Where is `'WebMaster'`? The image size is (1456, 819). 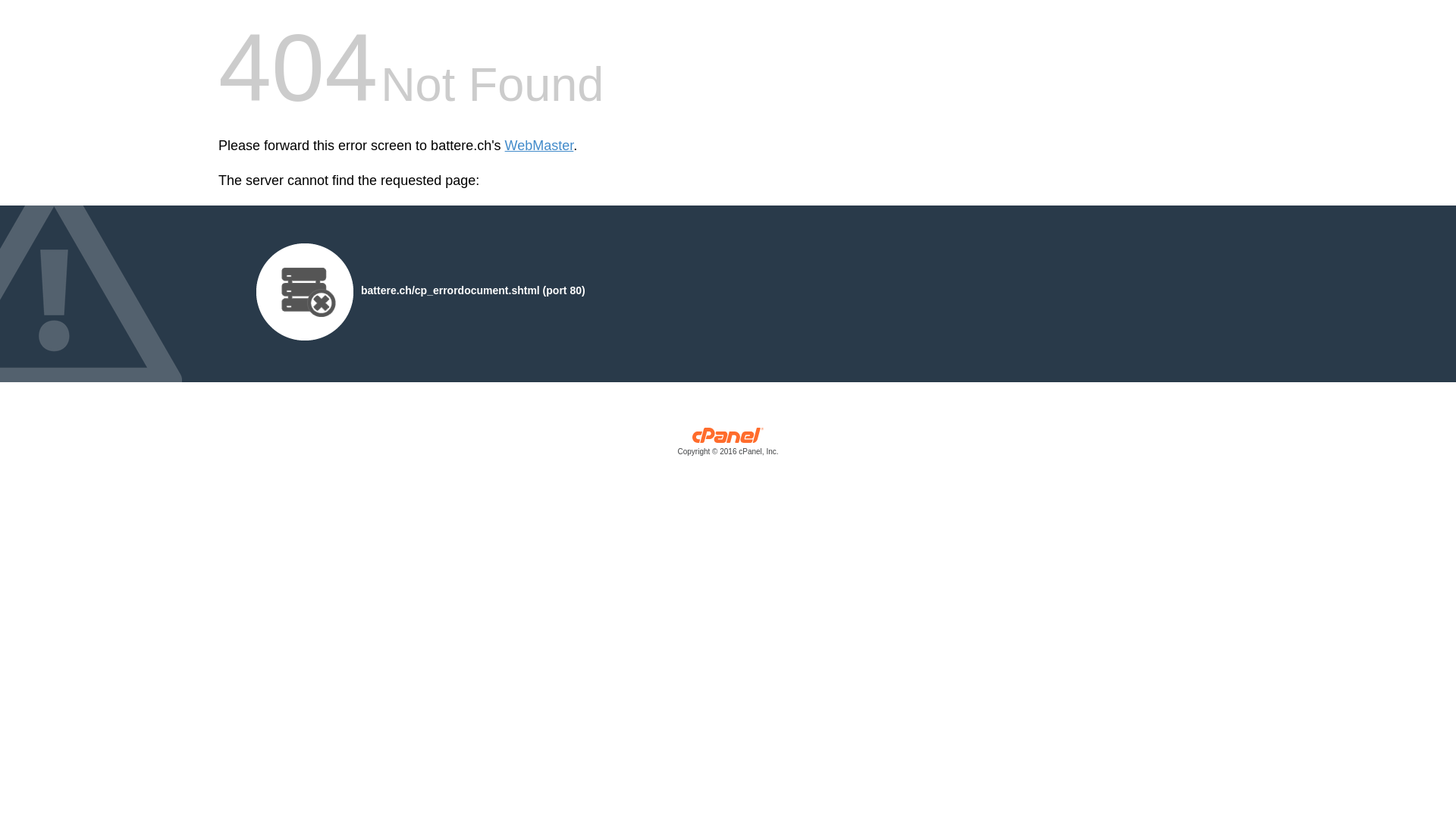 'WebMaster' is located at coordinates (539, 146).